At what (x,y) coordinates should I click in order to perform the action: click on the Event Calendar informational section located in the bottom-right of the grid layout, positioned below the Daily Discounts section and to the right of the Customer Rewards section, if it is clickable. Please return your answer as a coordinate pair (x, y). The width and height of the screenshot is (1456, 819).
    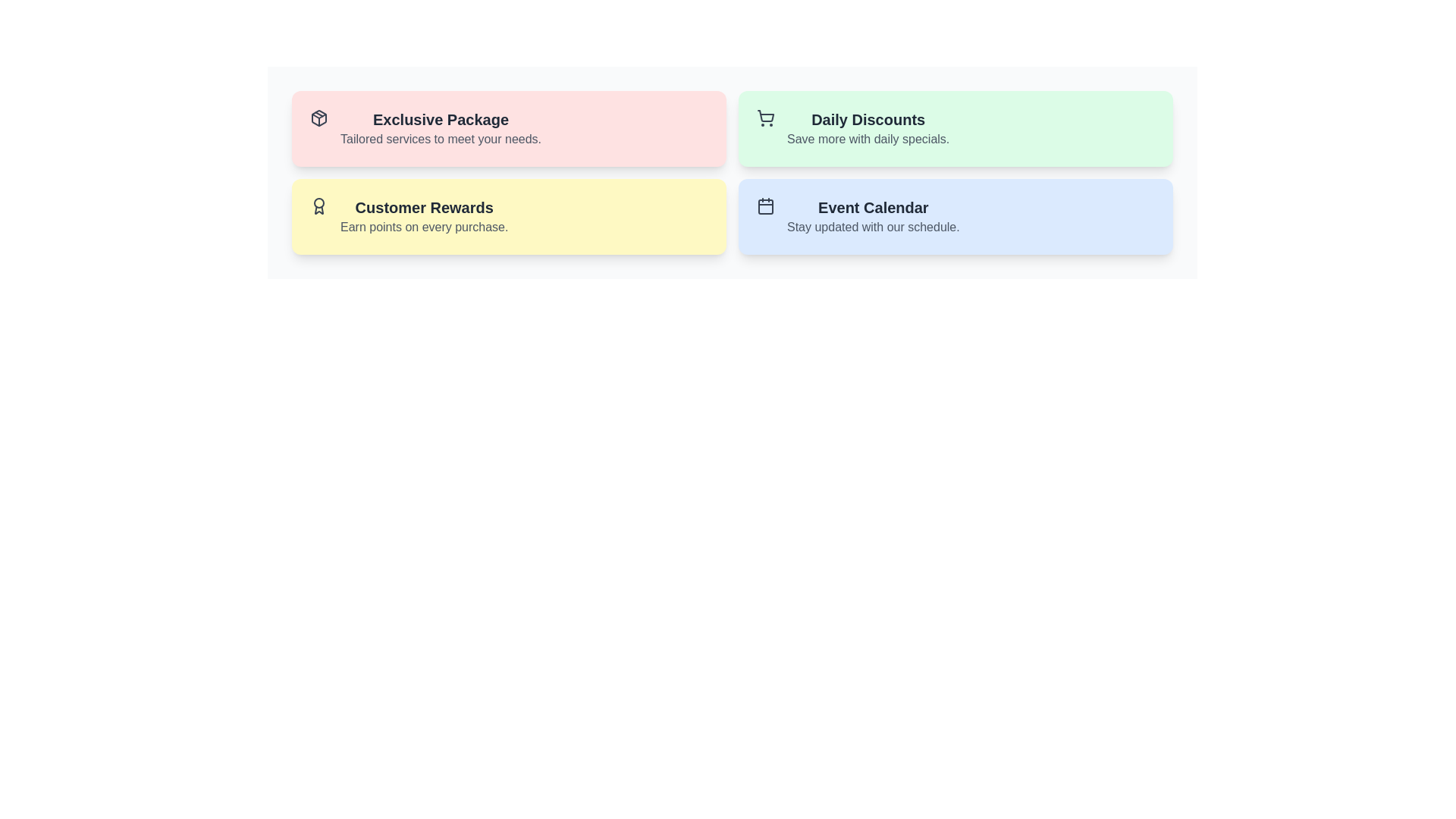
    Looking at the image, I should click on (955, 216).